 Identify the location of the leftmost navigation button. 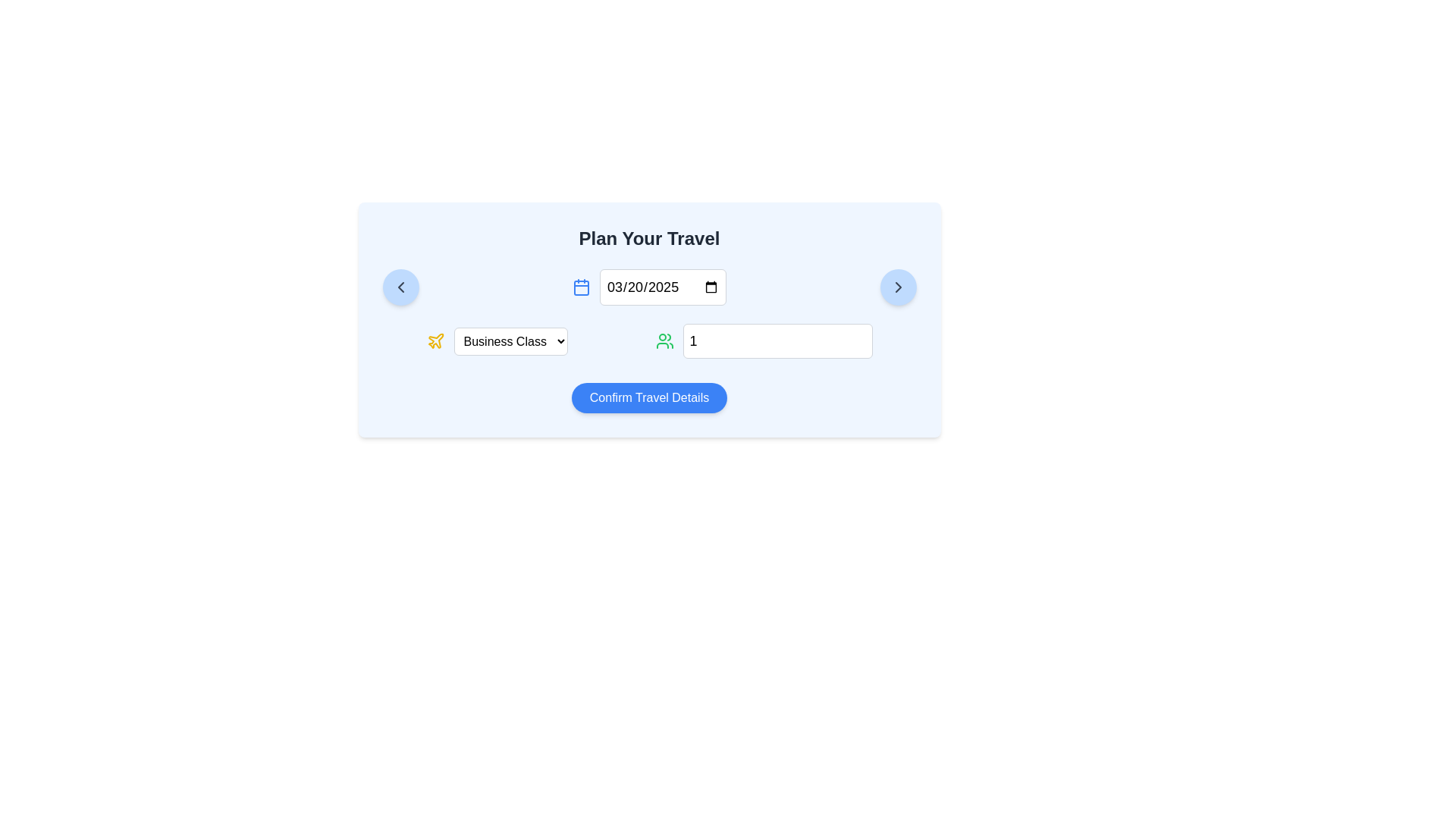
(400, 287).